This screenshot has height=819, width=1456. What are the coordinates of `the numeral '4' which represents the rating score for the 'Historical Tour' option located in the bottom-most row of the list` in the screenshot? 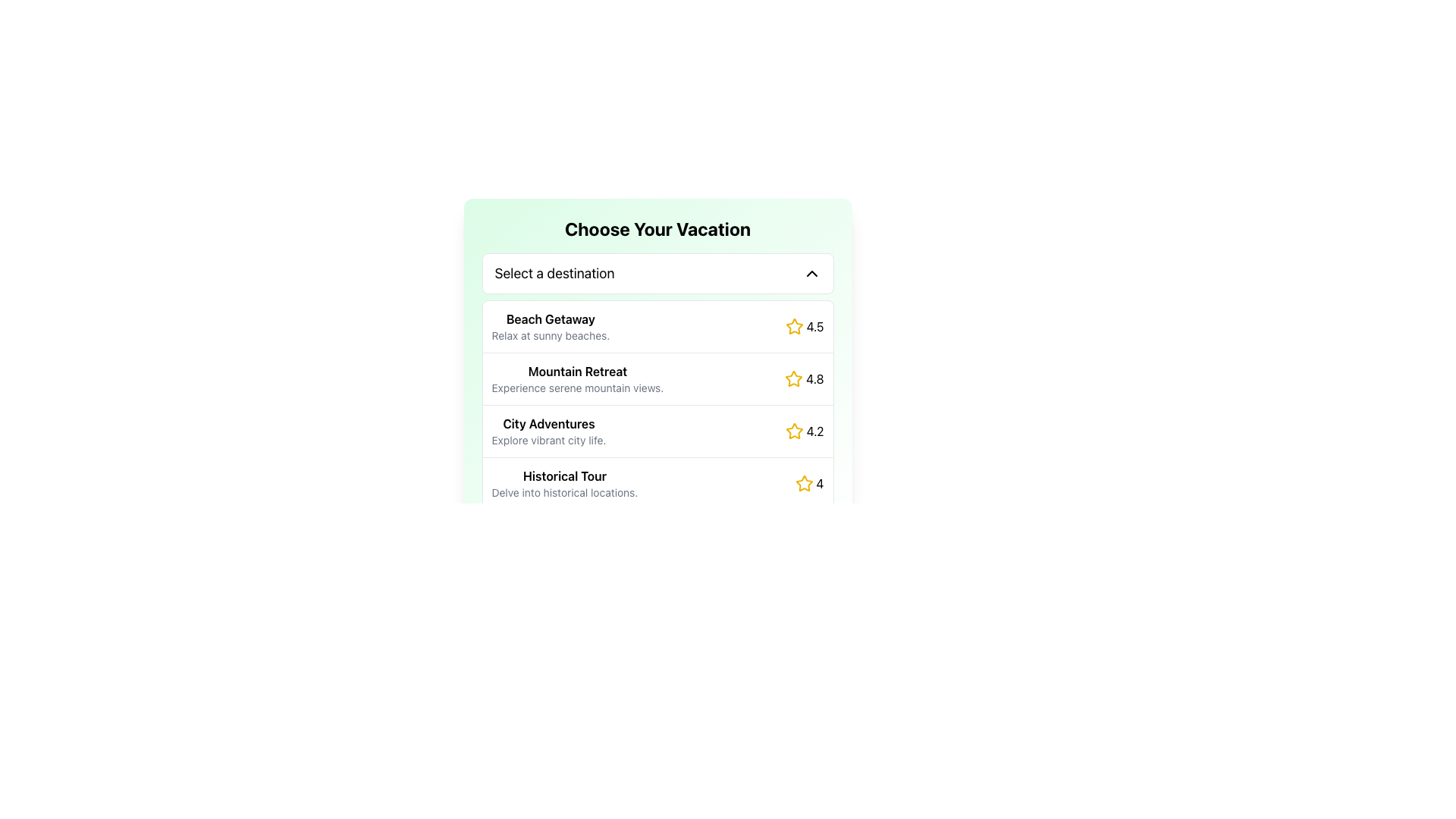 It's located at (819, 483).